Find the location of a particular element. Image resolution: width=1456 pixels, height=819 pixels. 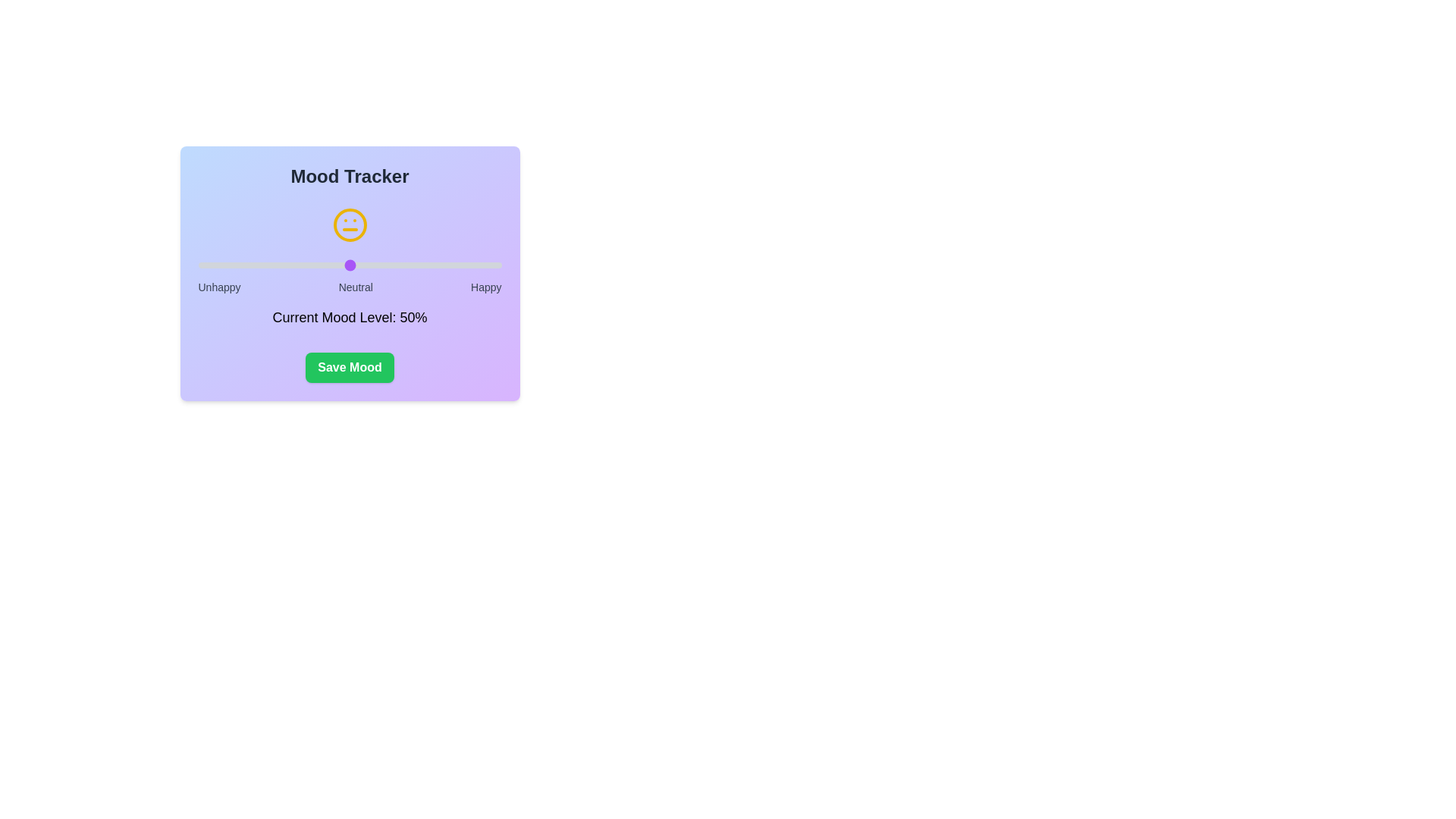

the mood slider to set the mood level to 63% is located at coordinates (389, 265).